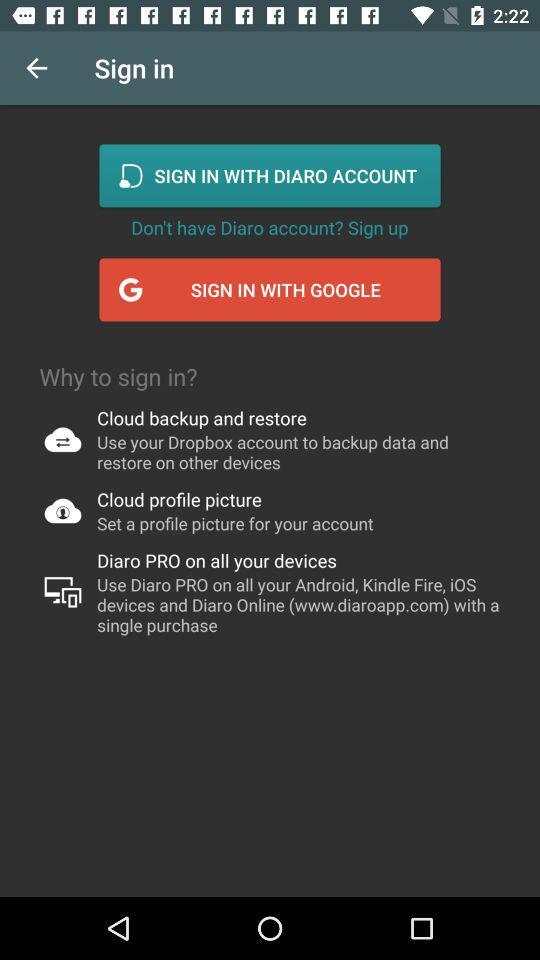 The image size is (540, 960). Describe the element at coordinates (36, 68) in the screenshot. I see `icon next to the sign in app` at that location.